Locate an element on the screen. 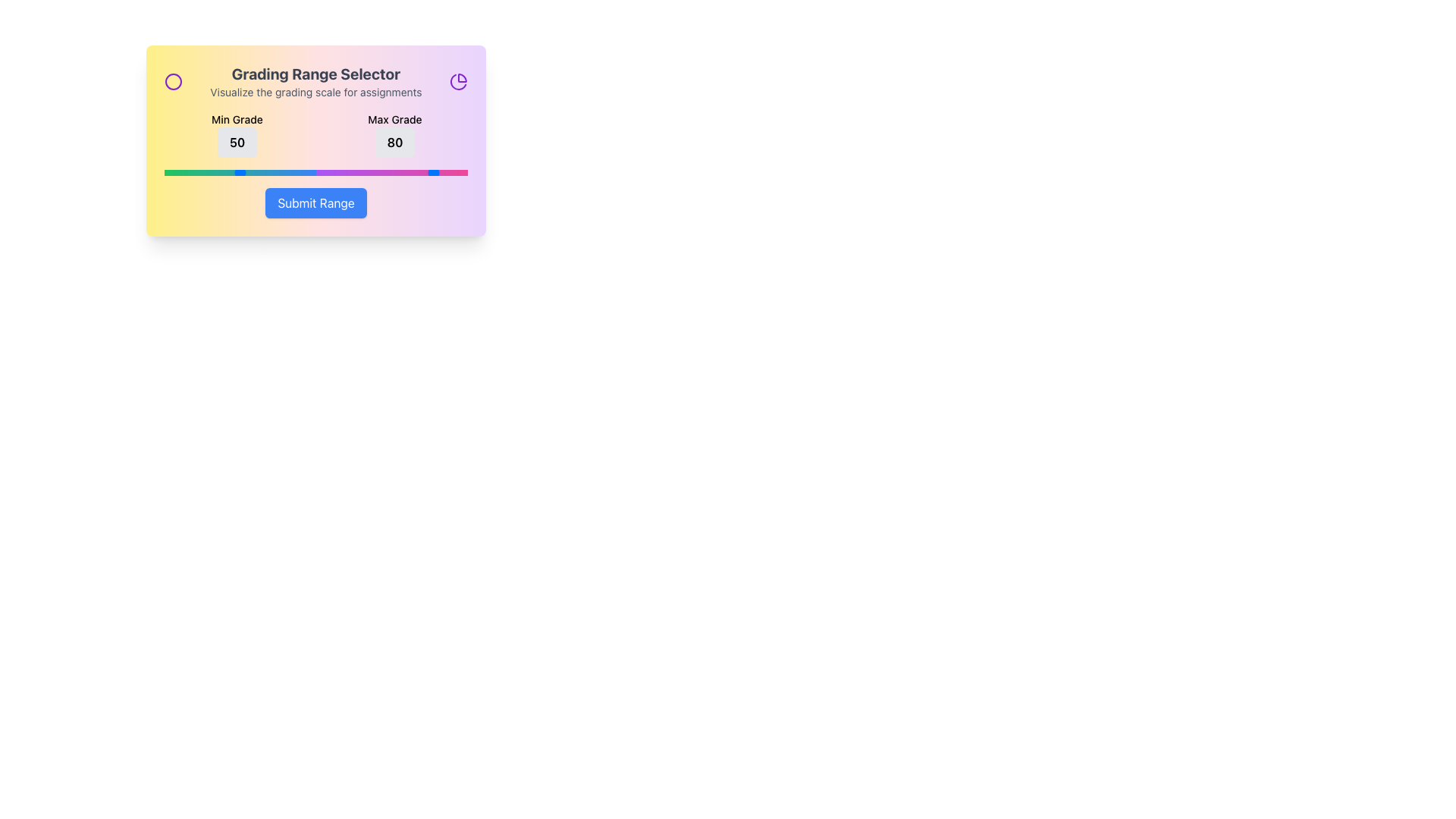 The image size is (1456, 819). the Label with a numeric display that shows the maximum grading value, located to the right of the 'Min Grade' component in the grading selector interface is located at coordinates (395, 133).